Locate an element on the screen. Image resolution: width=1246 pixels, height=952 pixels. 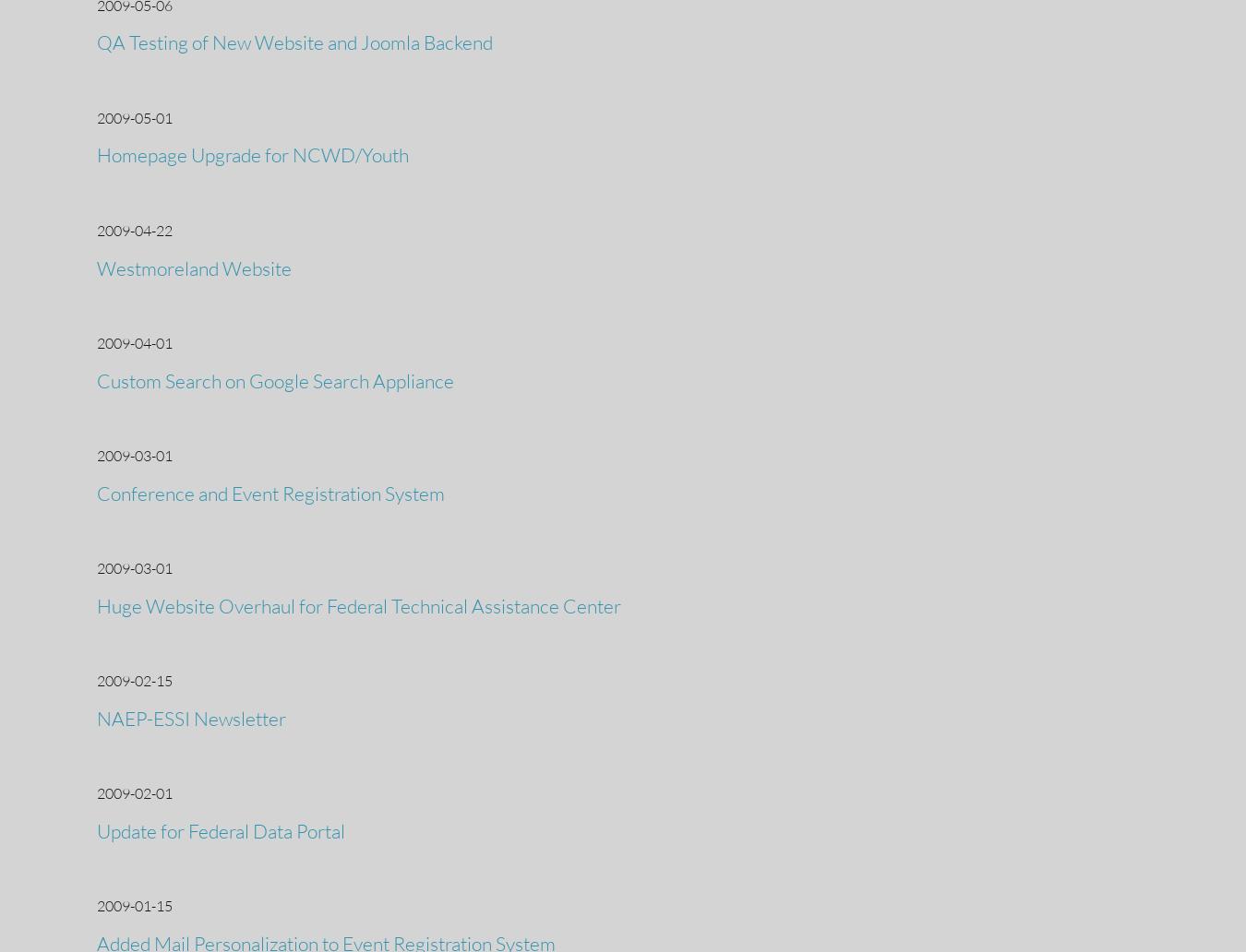
'Westmoreland Website' is located at coordinates (194, 267).